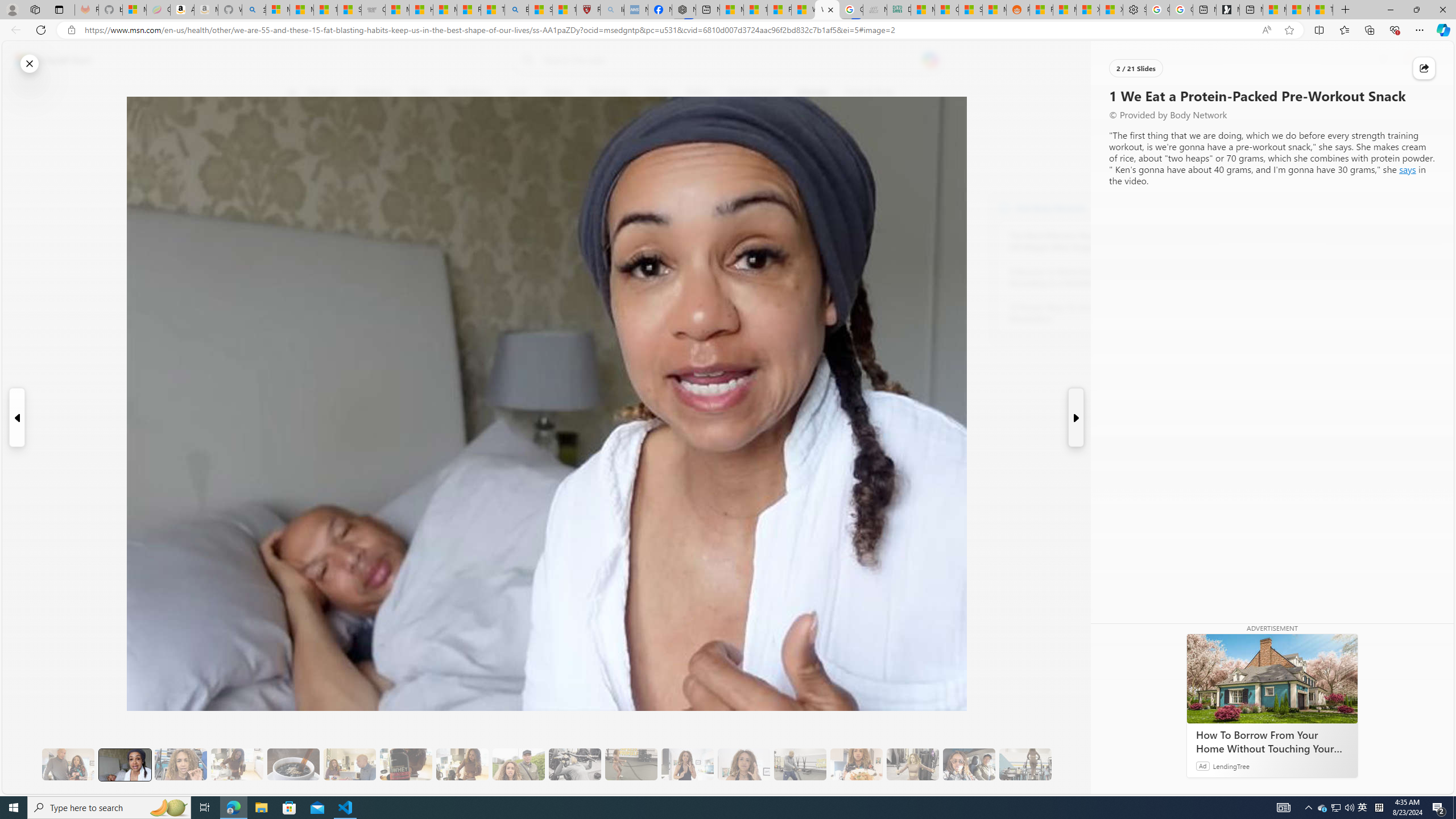 This screenshot has width=1456, height=819. Describe the element at coordinates (1428, 60) in the screenshot. I see `'Open settings'` at that location.